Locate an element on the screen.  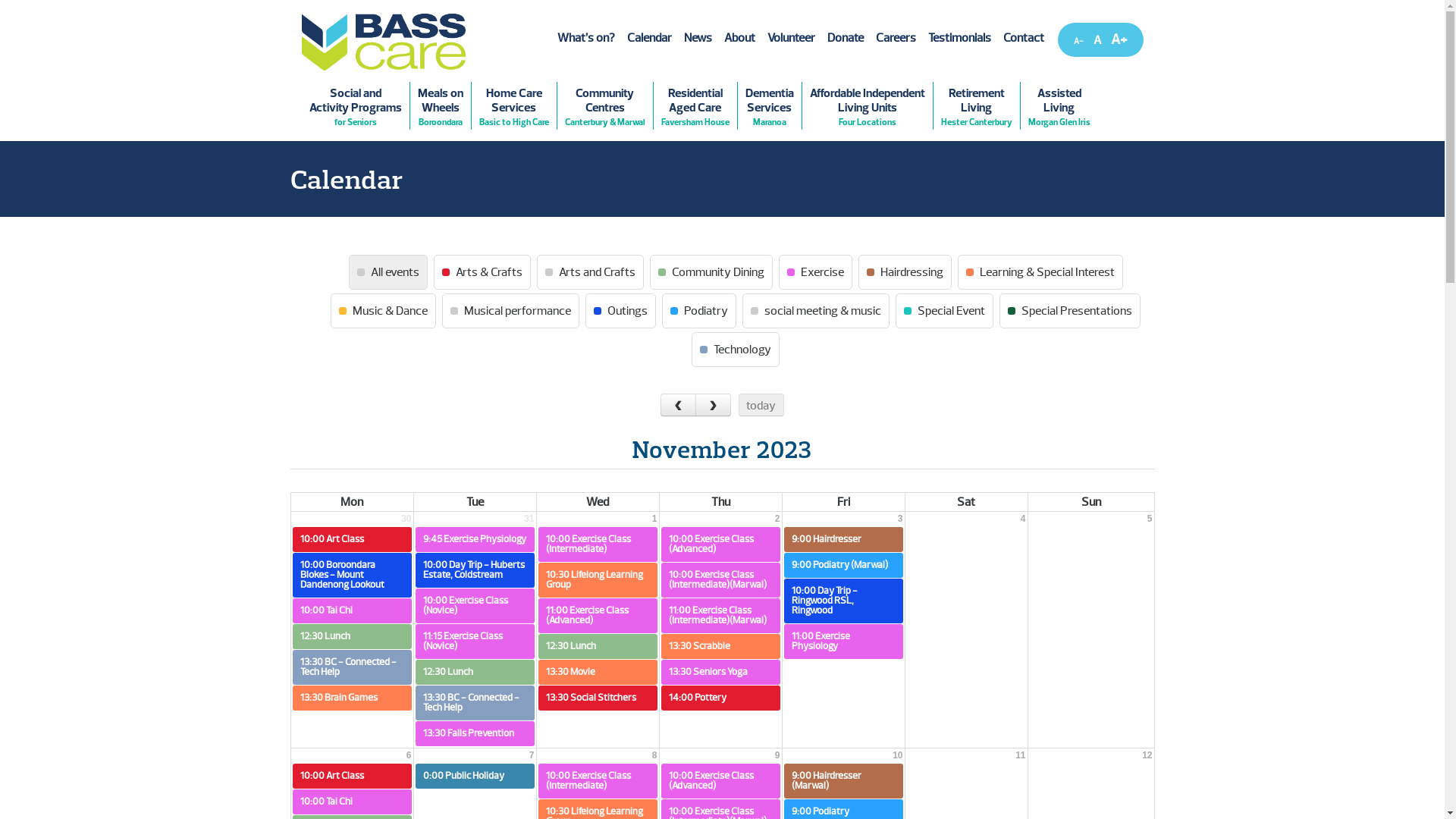
'9:45 Exercise Physiology is located at coordinates (474, 538).